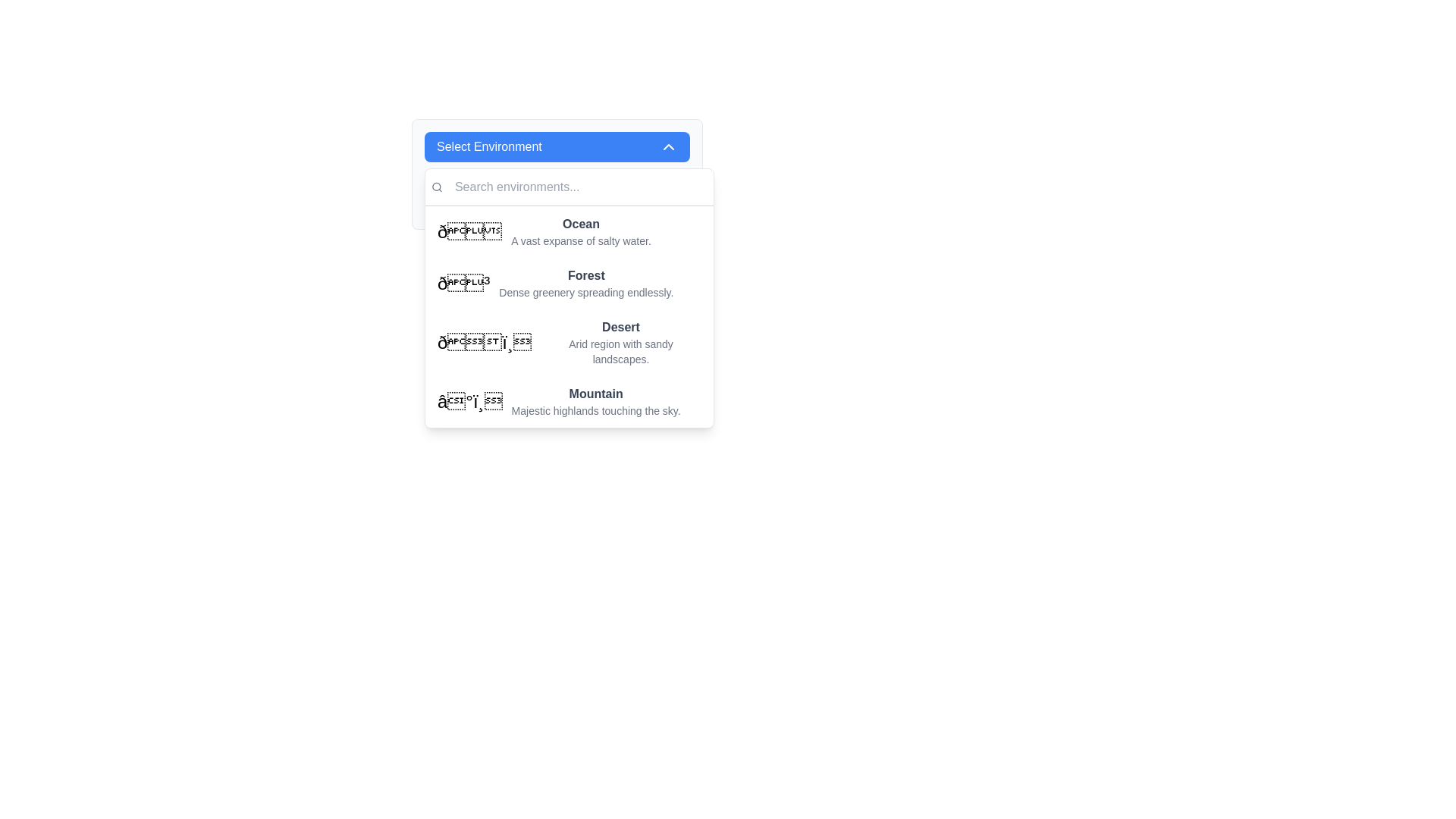  What do you see at coordinates (585, 284) in the screenshot?
I see `title 'Forest' and subtitle 'Dense greenery spreading endlessly.' from the second item in the dropdown list panel under the 'Select Environment' header` at bounding box center [585, 284].